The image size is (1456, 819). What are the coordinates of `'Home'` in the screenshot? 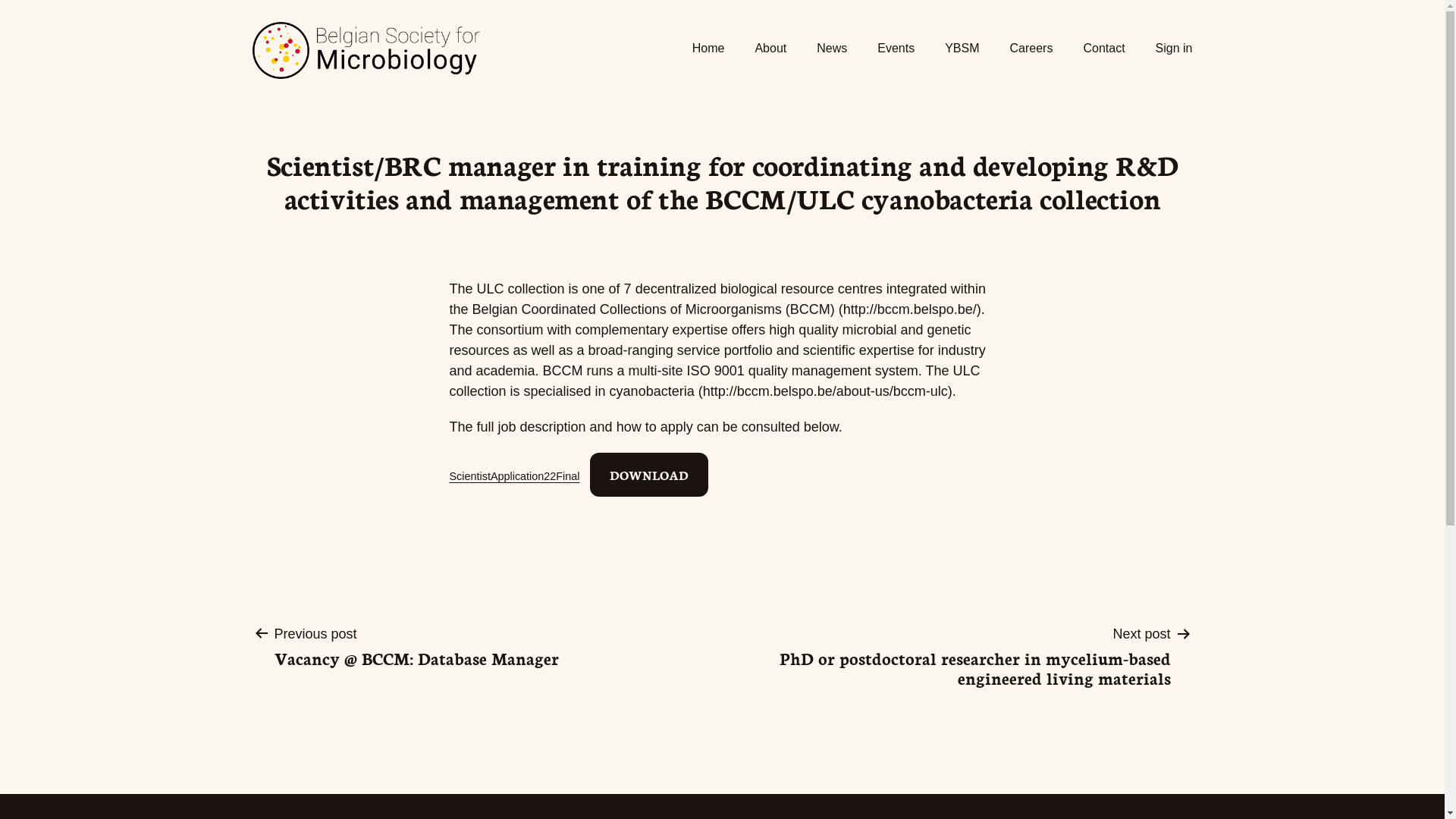 It's located at (676, 48).